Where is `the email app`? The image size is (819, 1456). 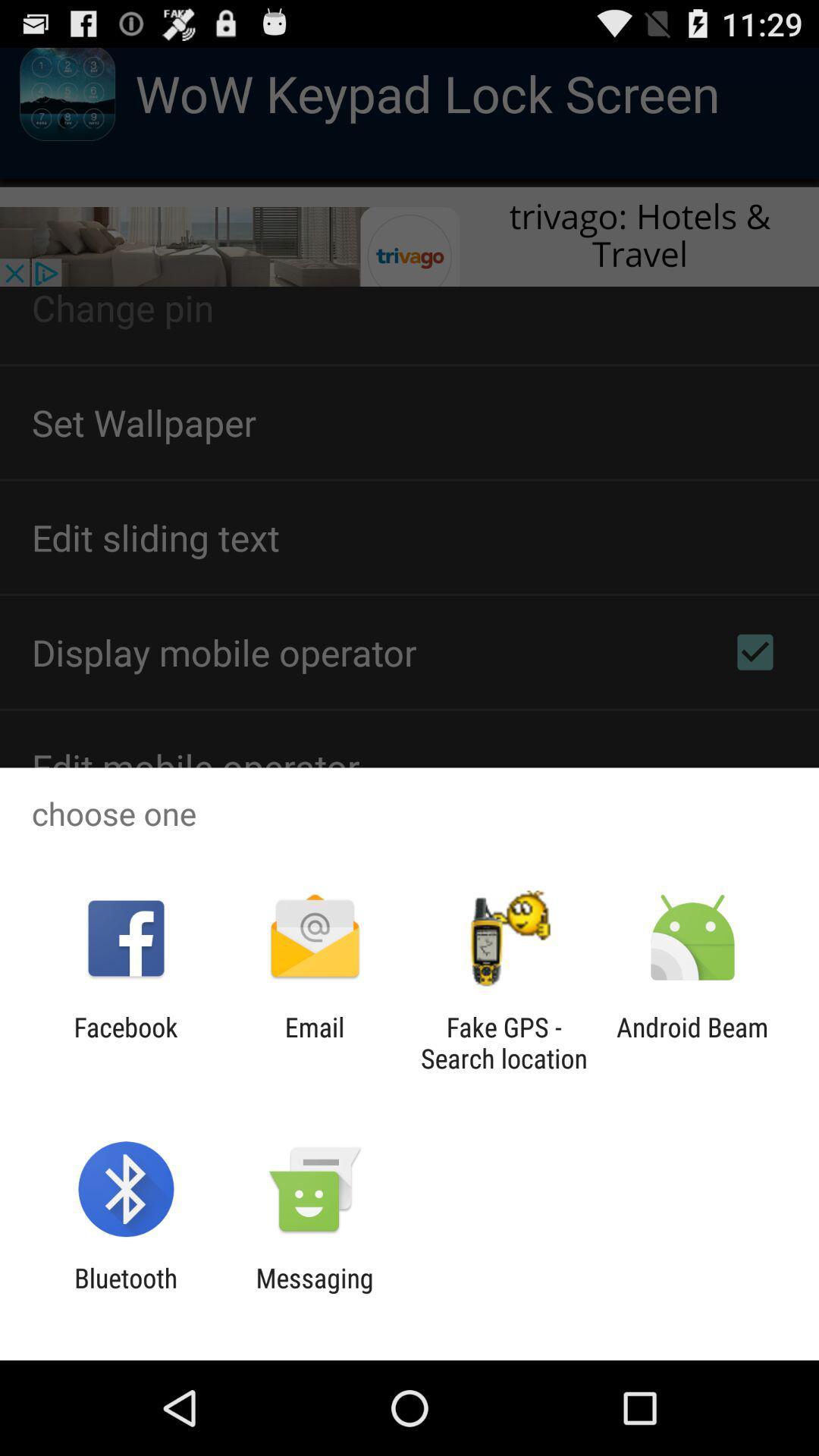 the email app is located at coordinates (314, 1042).